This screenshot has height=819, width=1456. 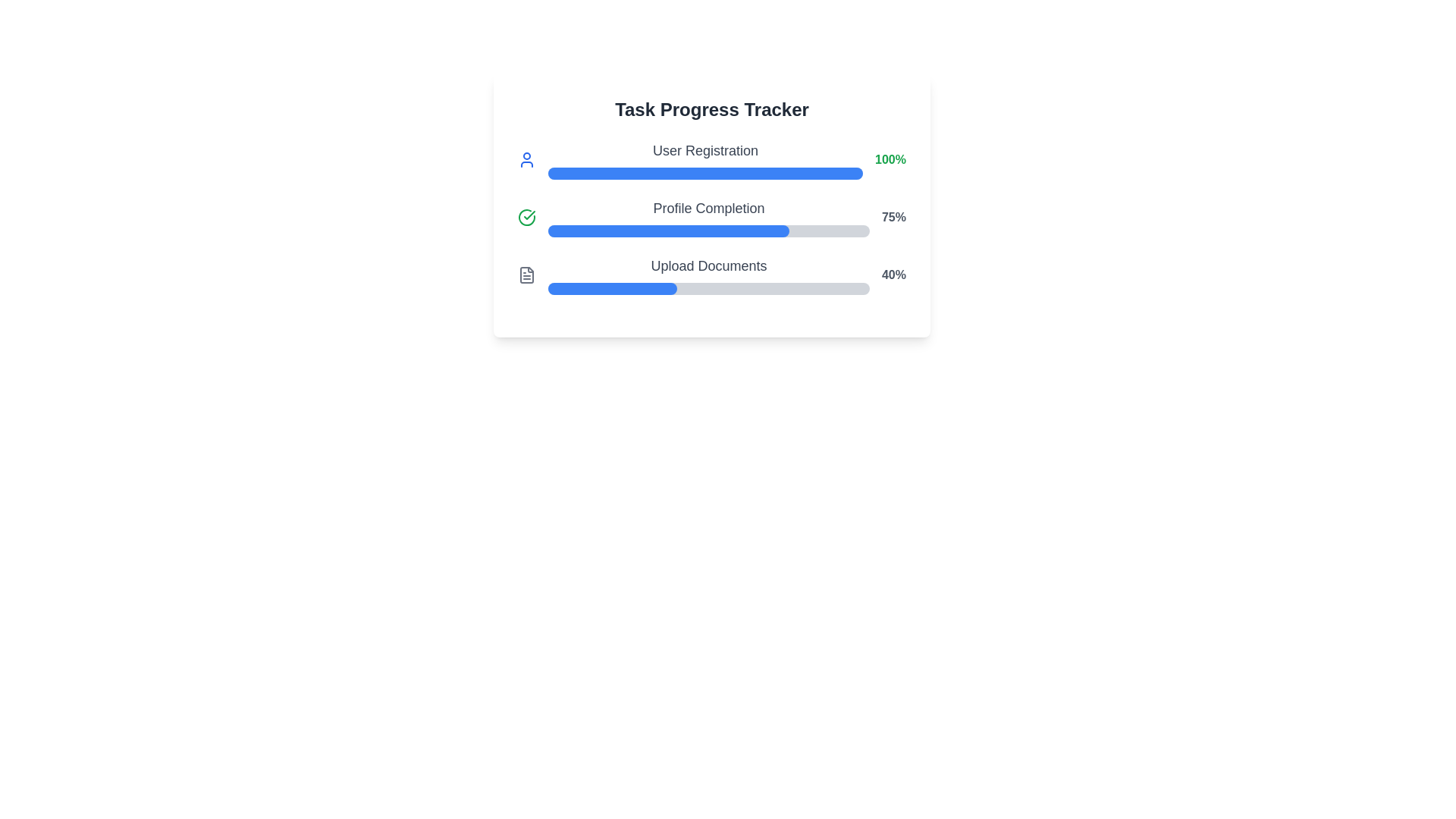 What do you see at coordinates (704, 160) in the screenshot?
I see `the 'User Registration' Descriptive Text and Progress Indicator element, which is located centrally in a card layout, under the heading 'Task Progress Tracker' and above other progress bars` at bounding box center [704, 160].